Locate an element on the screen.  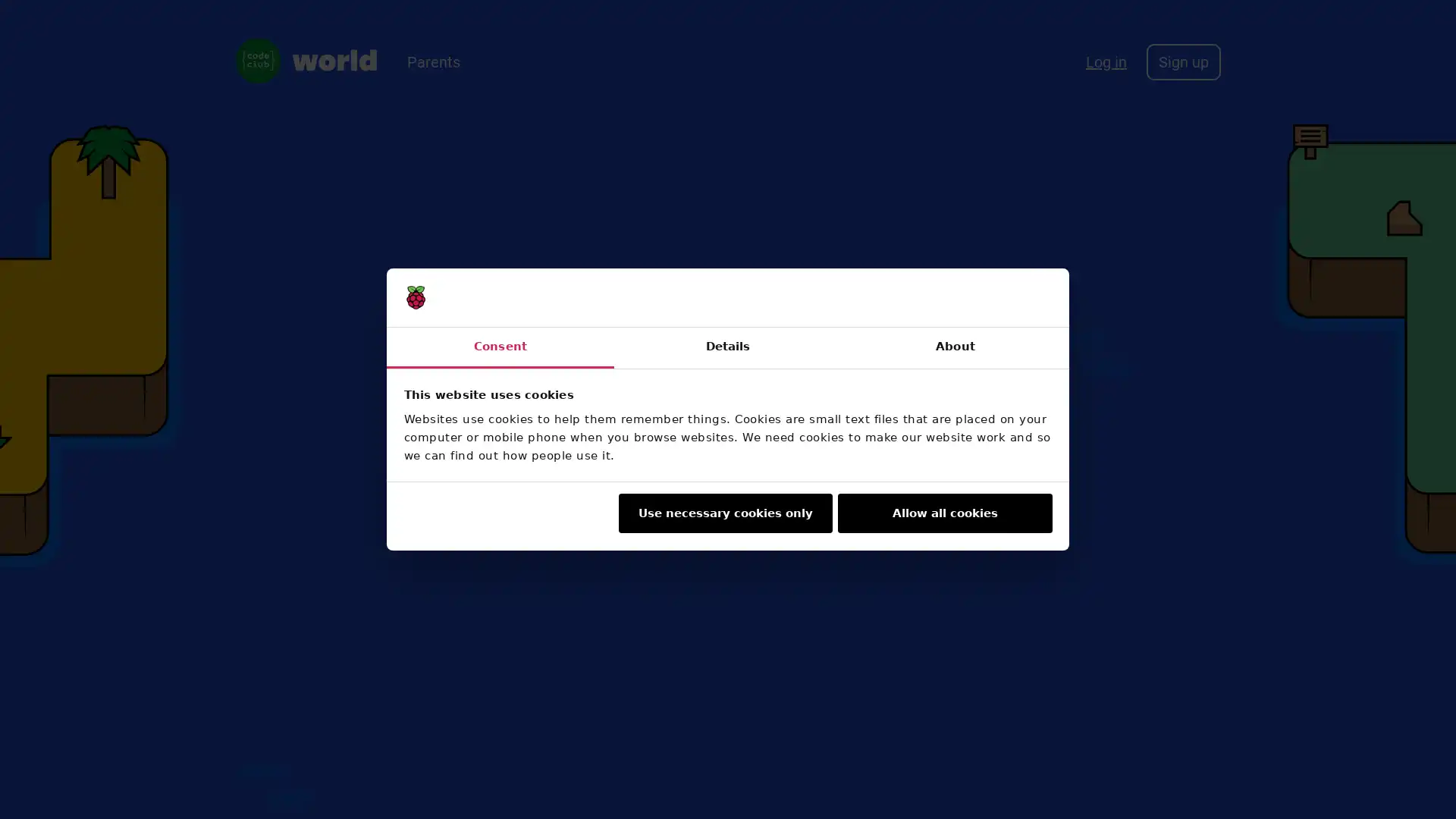
Allow all cookies is located at coordinates (944, 513).